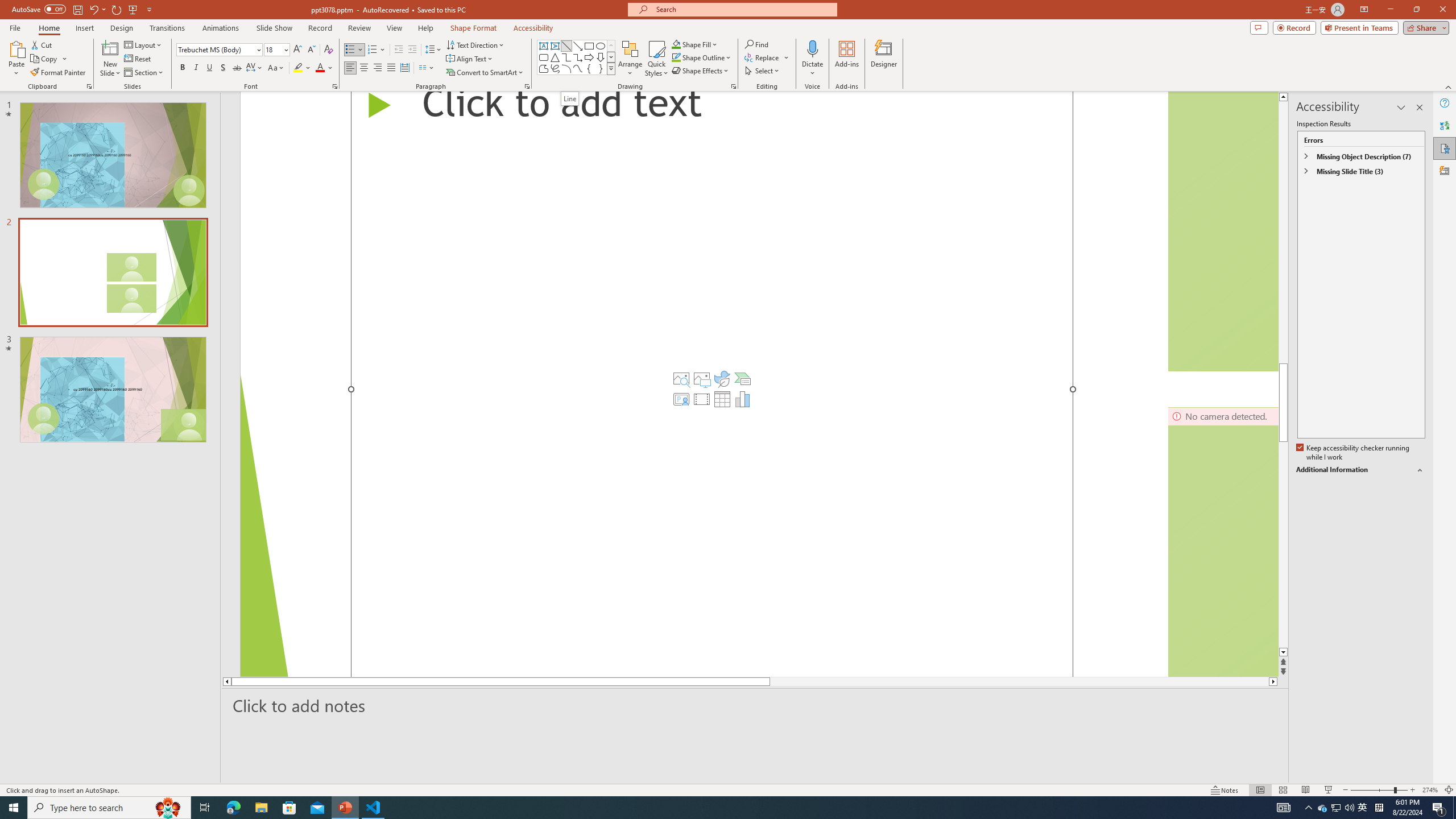 The image size is (1456, 819). I want to click on 'Insert a SmartArt Graphic', so click(742, 379).